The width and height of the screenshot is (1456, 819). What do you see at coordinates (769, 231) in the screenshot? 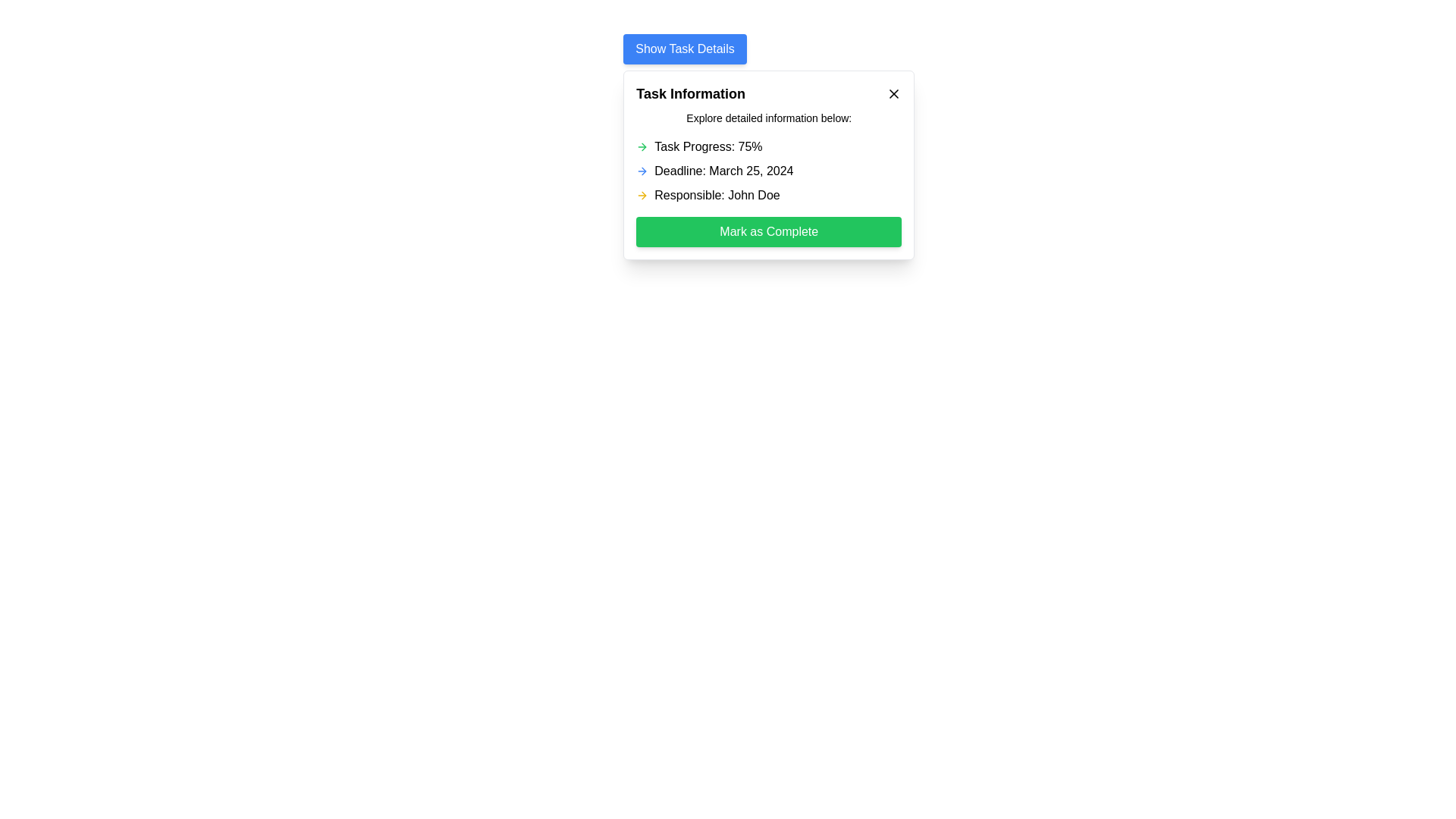
I see `the 'Mark as Complete' button located at the bottom of the task details card beneath the 'Responsible: John Doe' text` at bounding box center [769, 231].